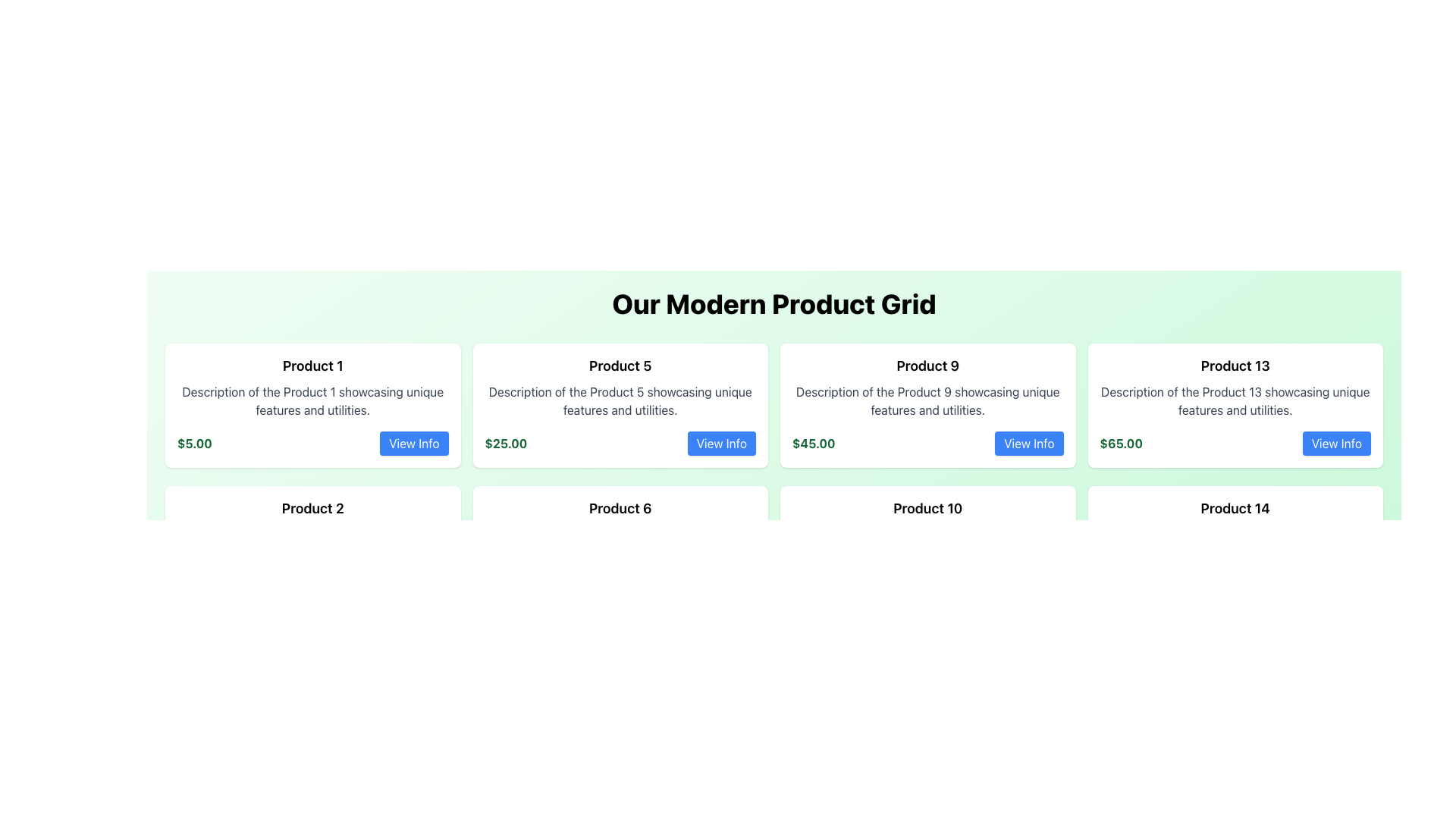 The height and width of the screenshot is (819, 1456). Describe the element at coordinates (620, 405) in the screenshot. I see `the Card element displaying the title 'Product 5' and the price '$25.00', which is the fifth item in the product grid under 'Our Modern Product Grid'` at that location.